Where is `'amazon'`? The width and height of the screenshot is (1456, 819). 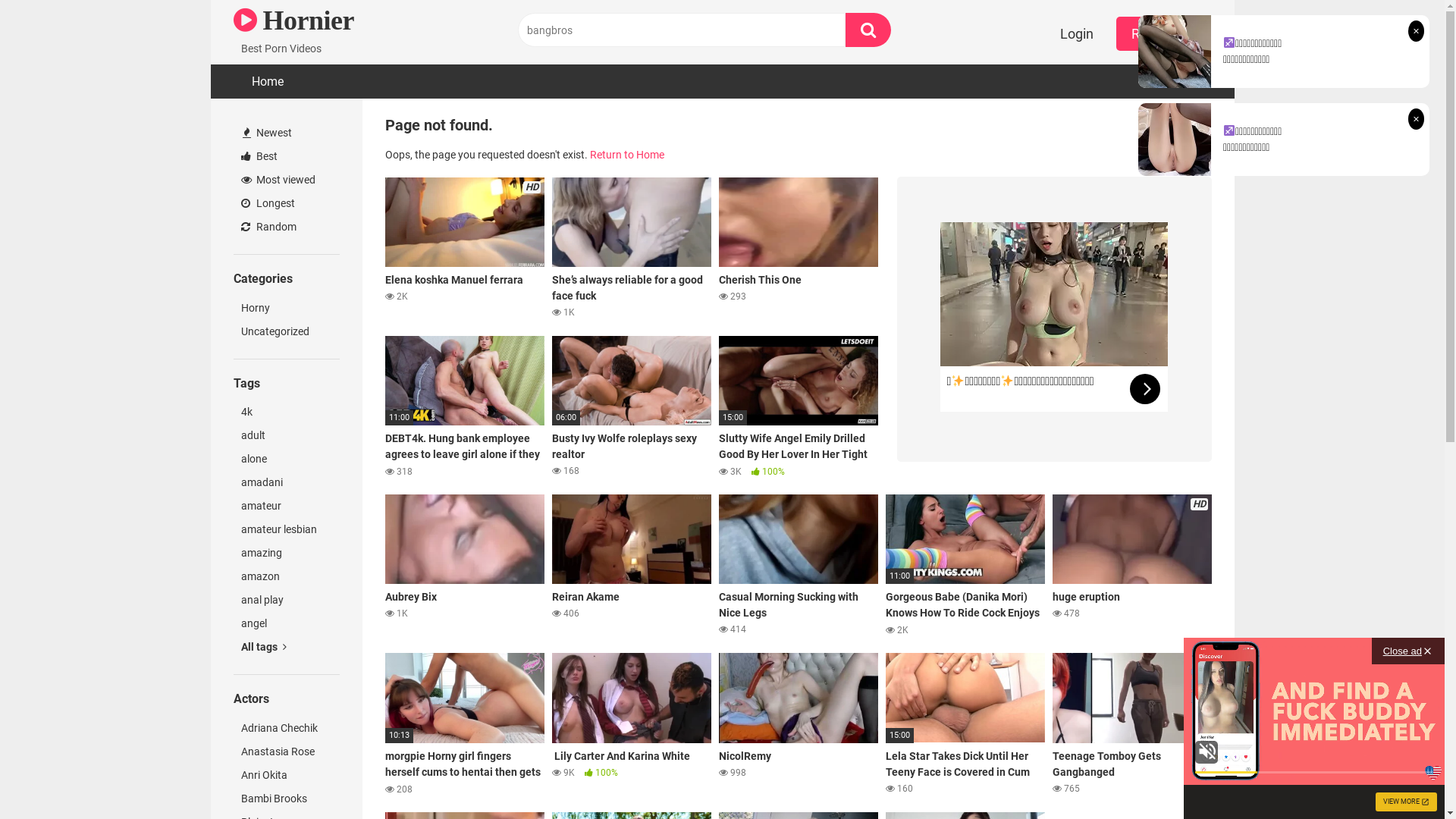 'amazon' is located at coordinates (287, 576).